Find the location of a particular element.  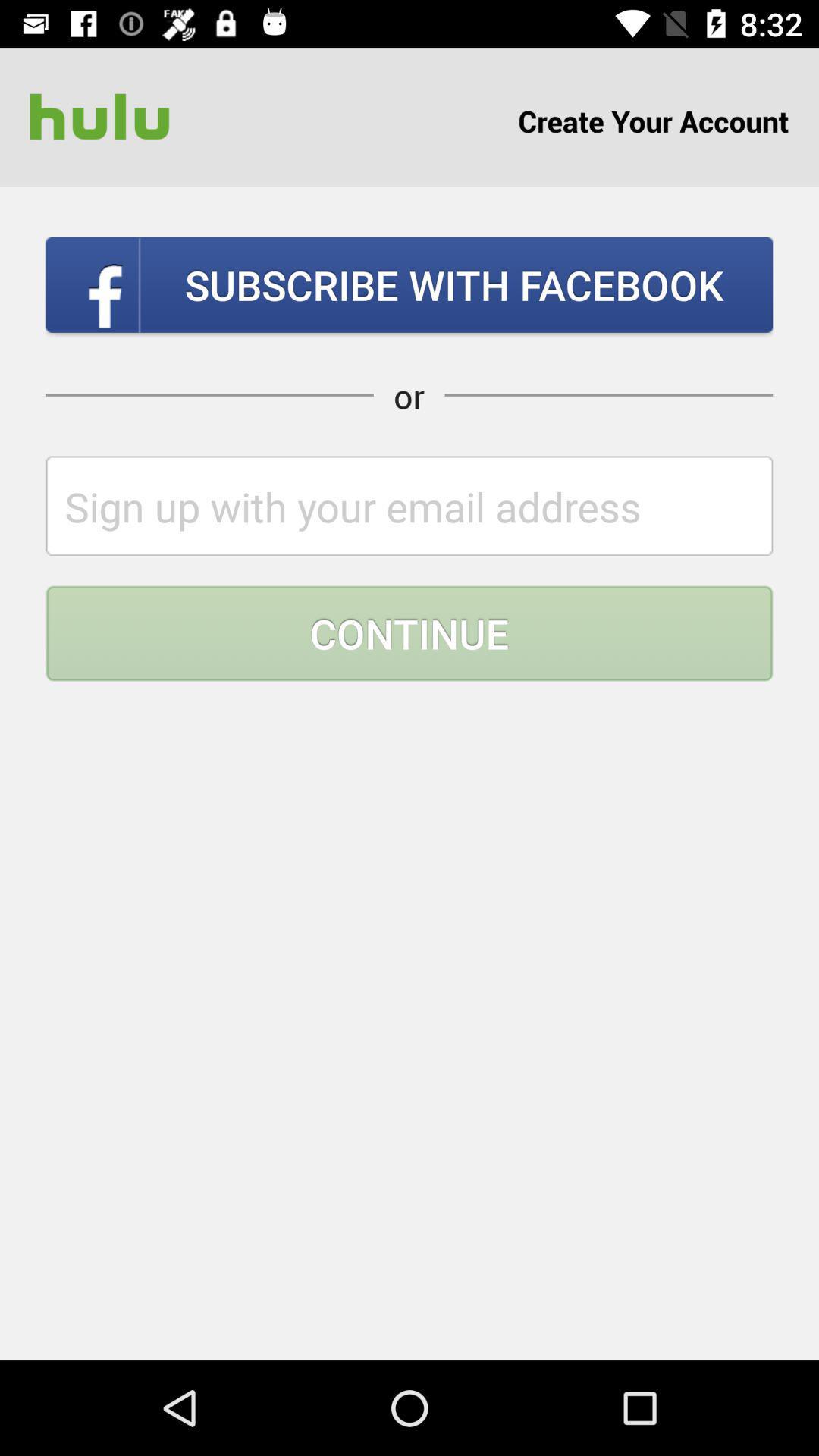

type your email address is located at coordinates (409, 506).